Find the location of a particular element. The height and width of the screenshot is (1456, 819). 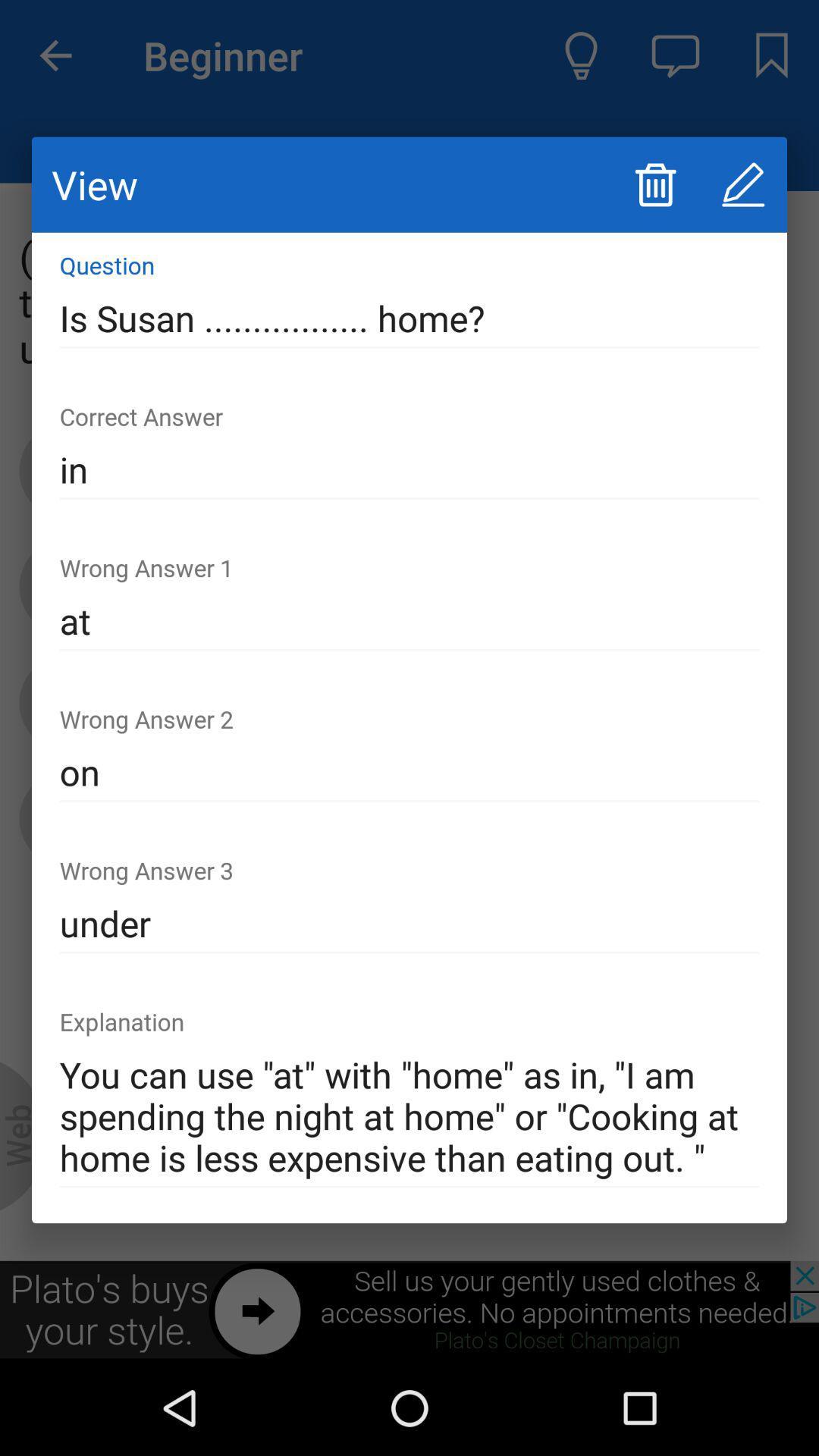

write option is located at coordinates (742, 184).